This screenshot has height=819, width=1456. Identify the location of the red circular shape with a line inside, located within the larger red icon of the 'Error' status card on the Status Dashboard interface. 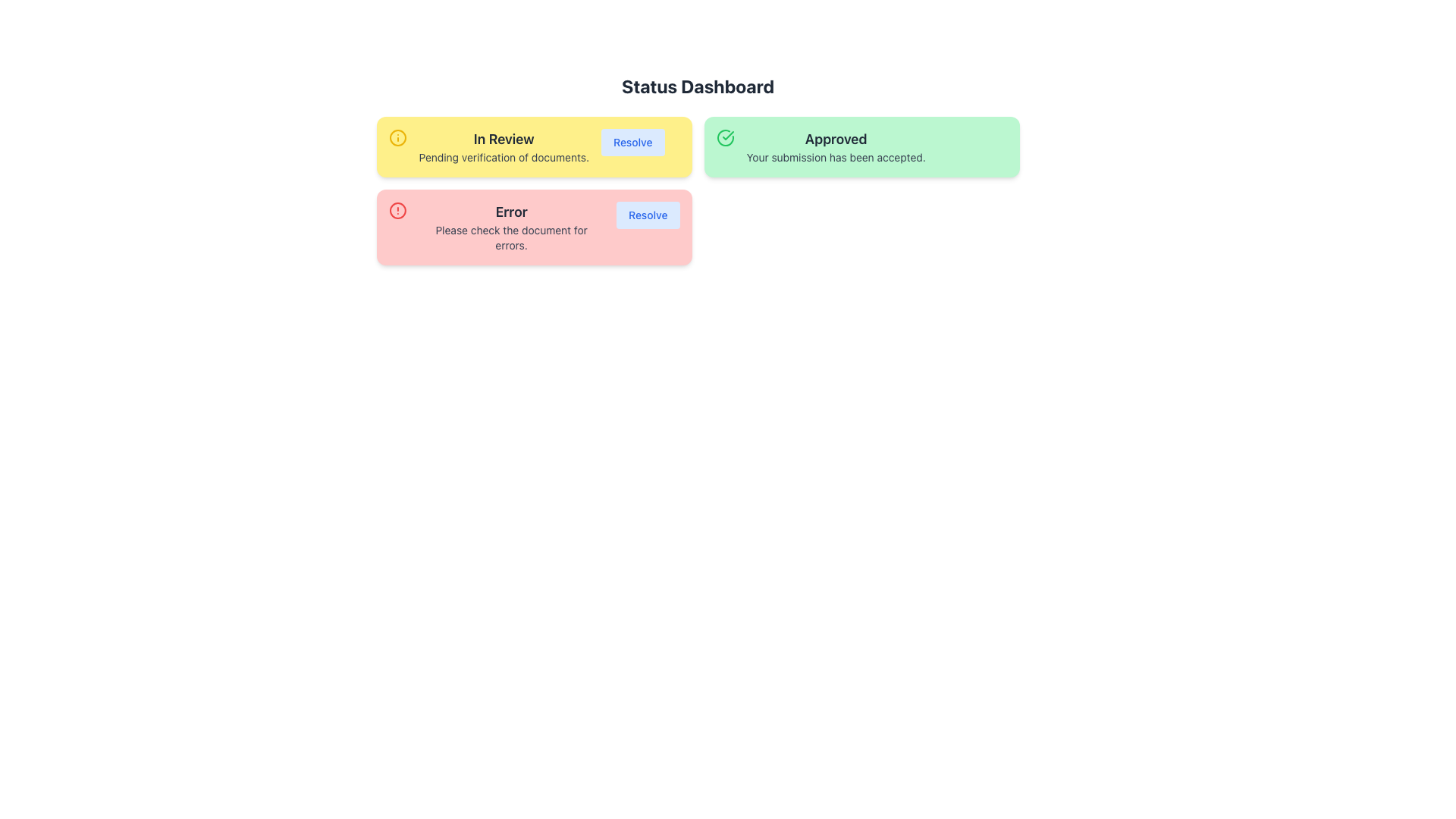
(397, 210).